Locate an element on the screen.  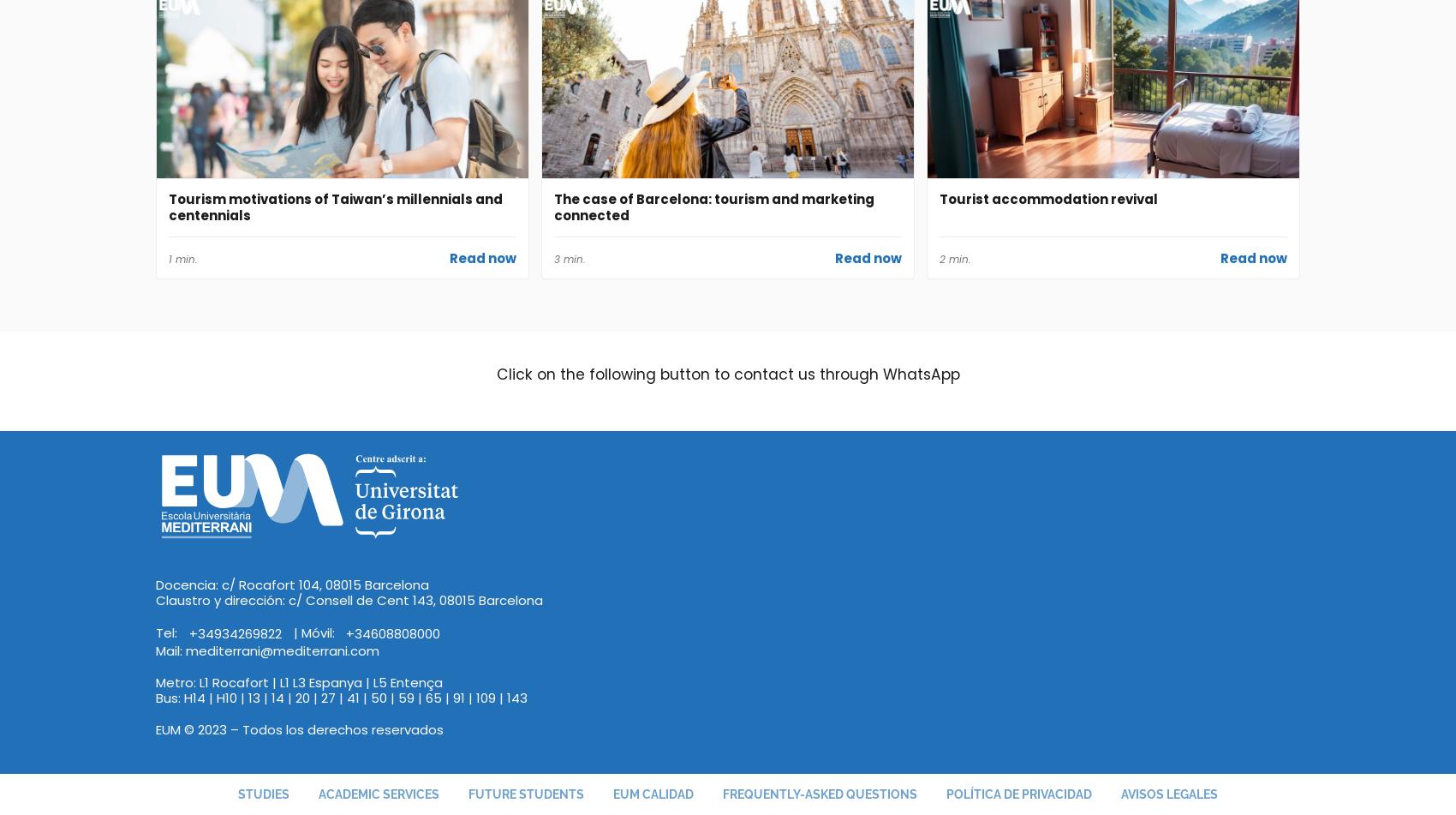
'Tel:' is located at coordinates (167, 632).